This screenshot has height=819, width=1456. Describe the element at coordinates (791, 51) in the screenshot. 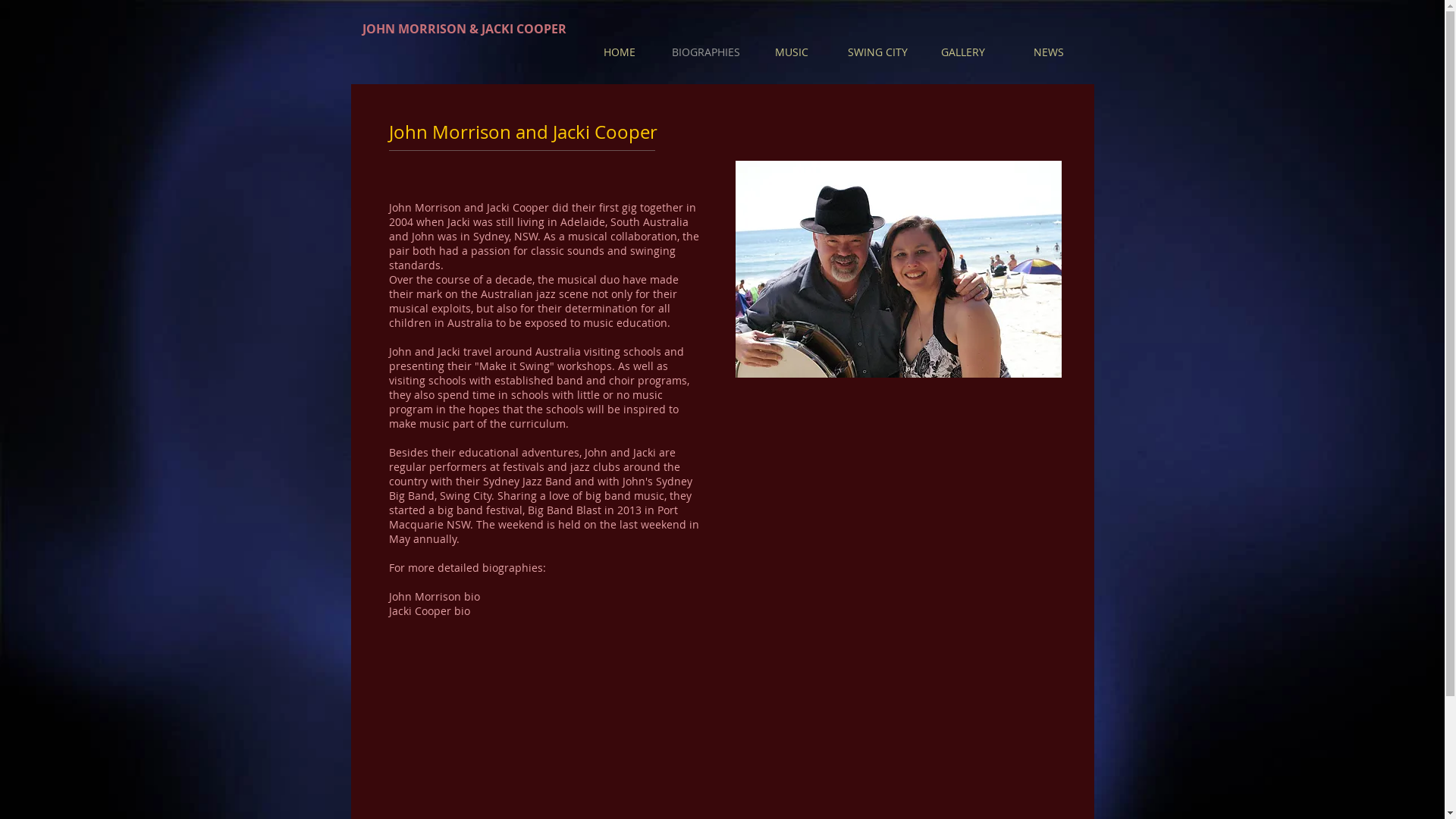

I see `'MUSIC'` at that location.